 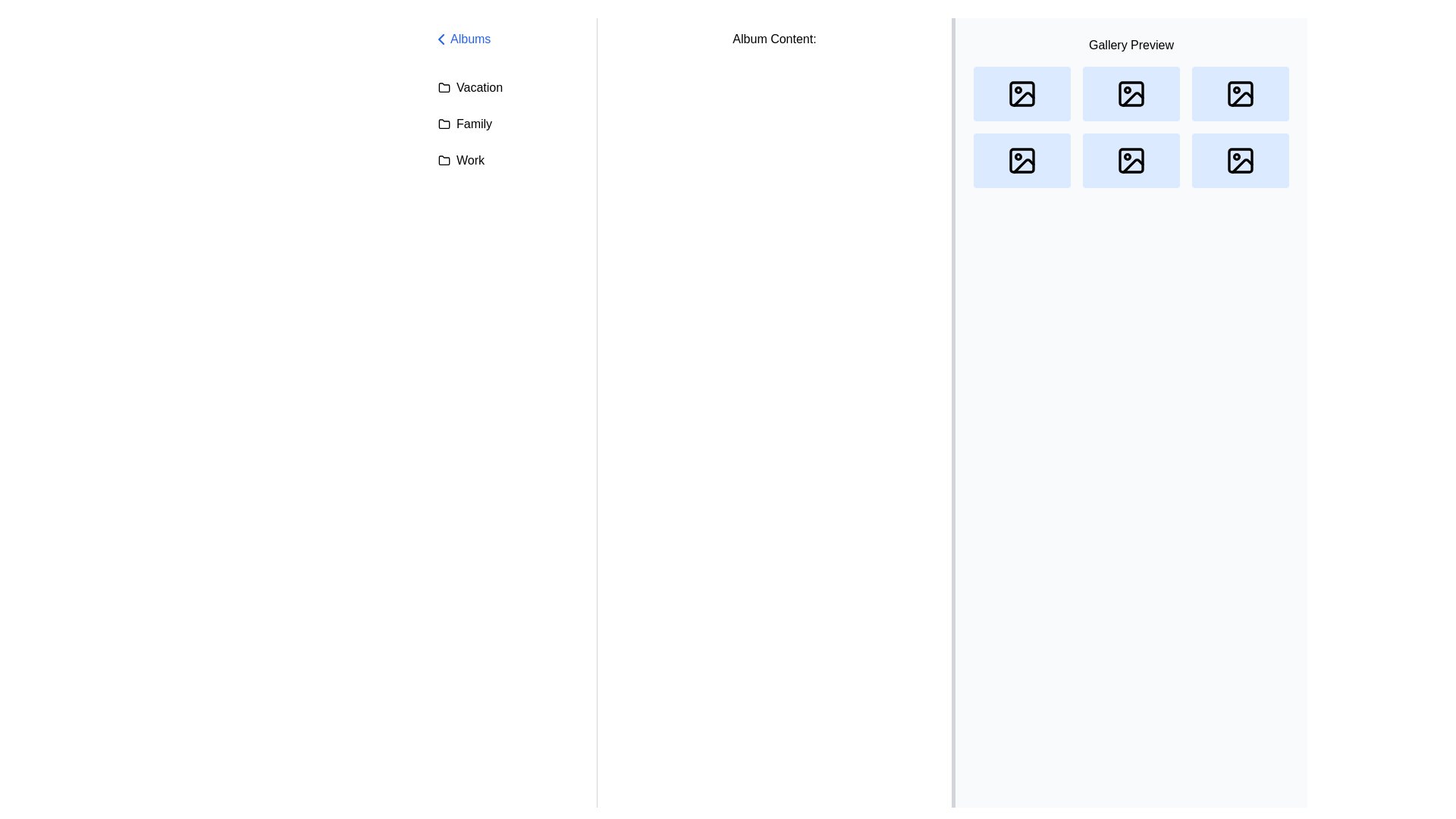 I want to click on the square icon depicting an image symbol located in the second row and third column of the grid layout under the 'Gallery Preview' label, so click(x=1131, y=161).